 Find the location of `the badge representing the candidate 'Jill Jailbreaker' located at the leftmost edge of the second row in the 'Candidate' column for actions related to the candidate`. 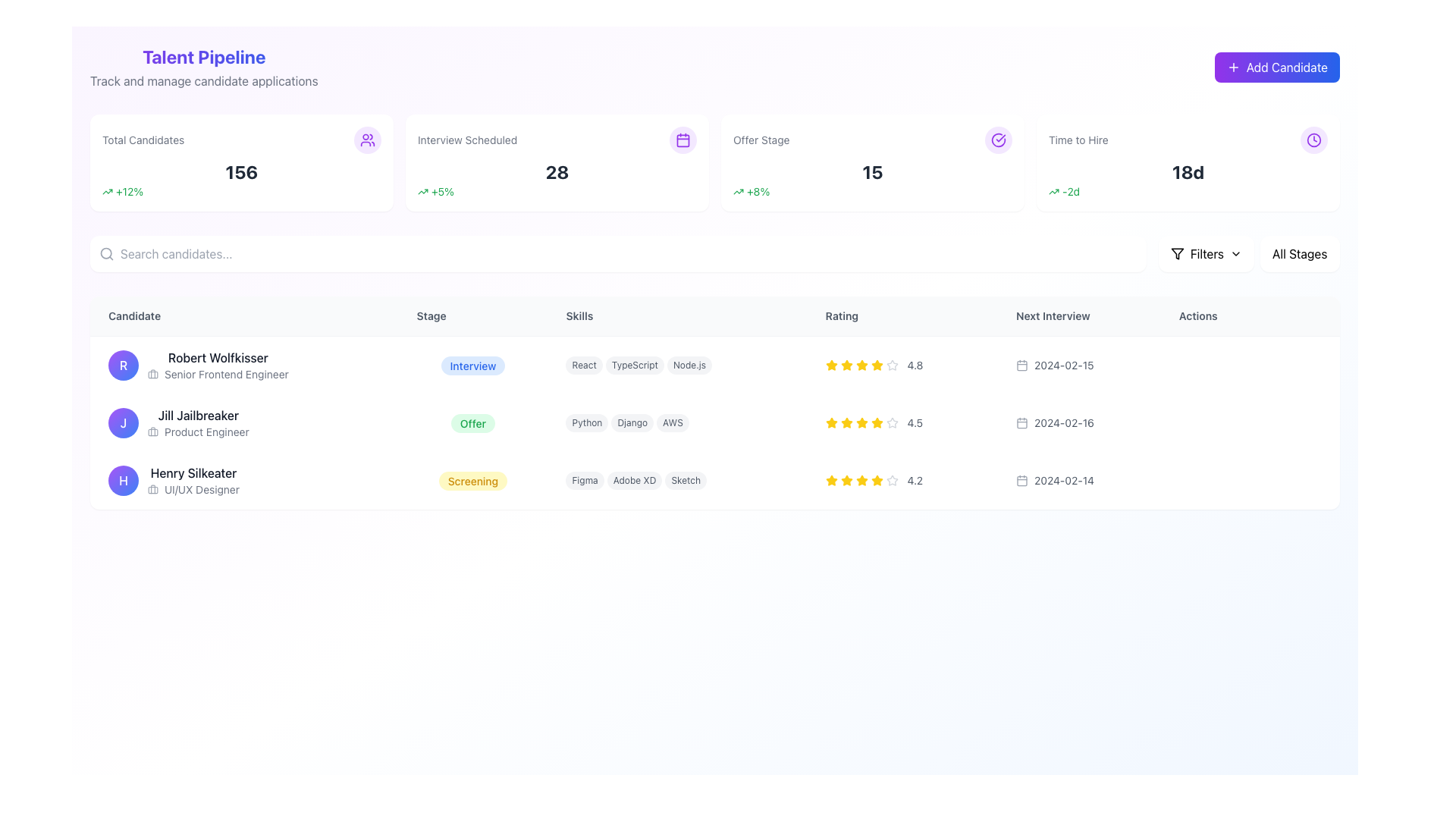

the badge representing the candidate 'Jill Jailbreaker' located at the leftmost edge of the second row in the 'Candidate' column for actions related to the candidate is located at coordinates (124, 423).